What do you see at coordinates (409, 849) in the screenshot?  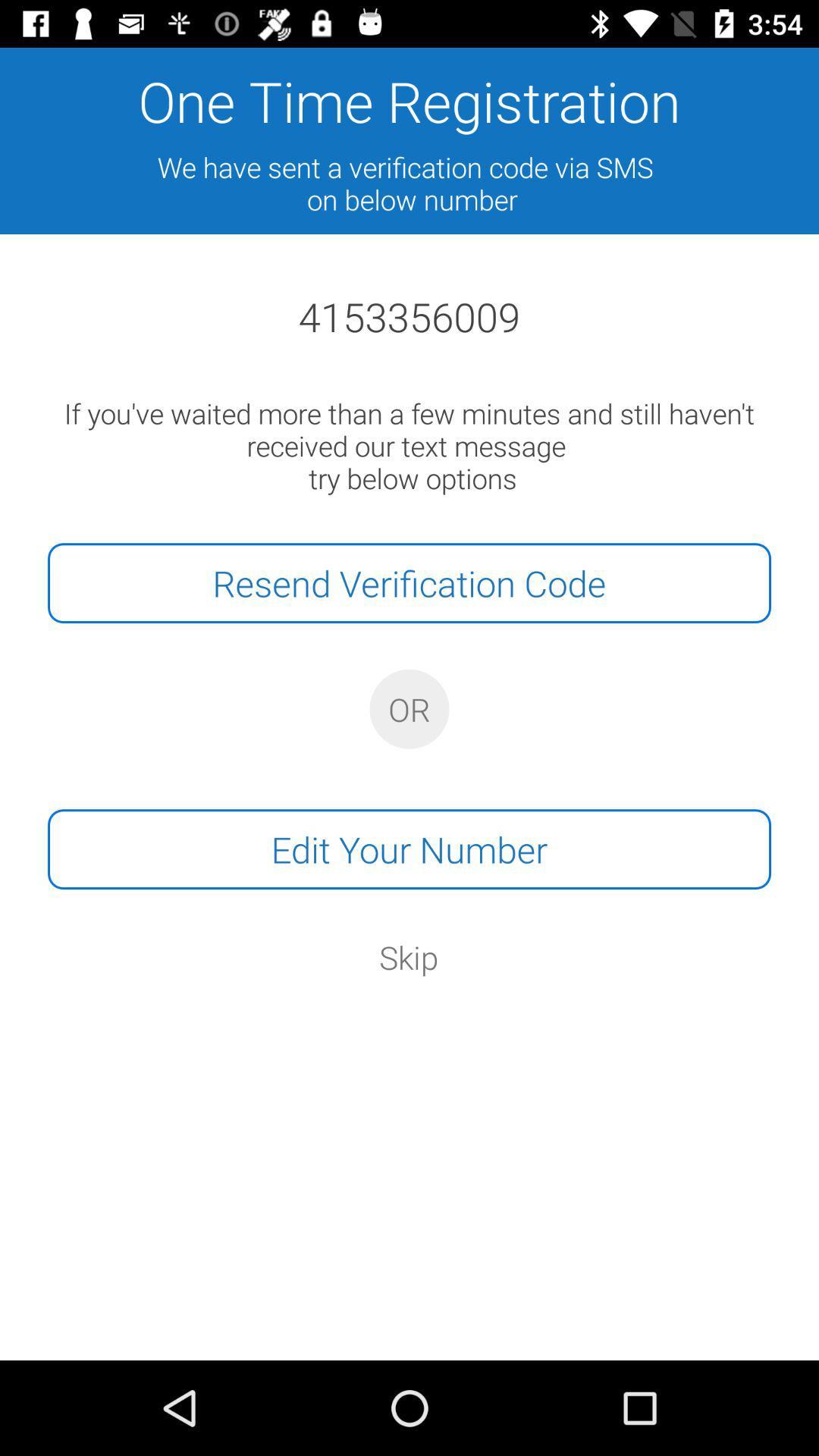 I see `the item below the or item` at bounding box center [409, 849].